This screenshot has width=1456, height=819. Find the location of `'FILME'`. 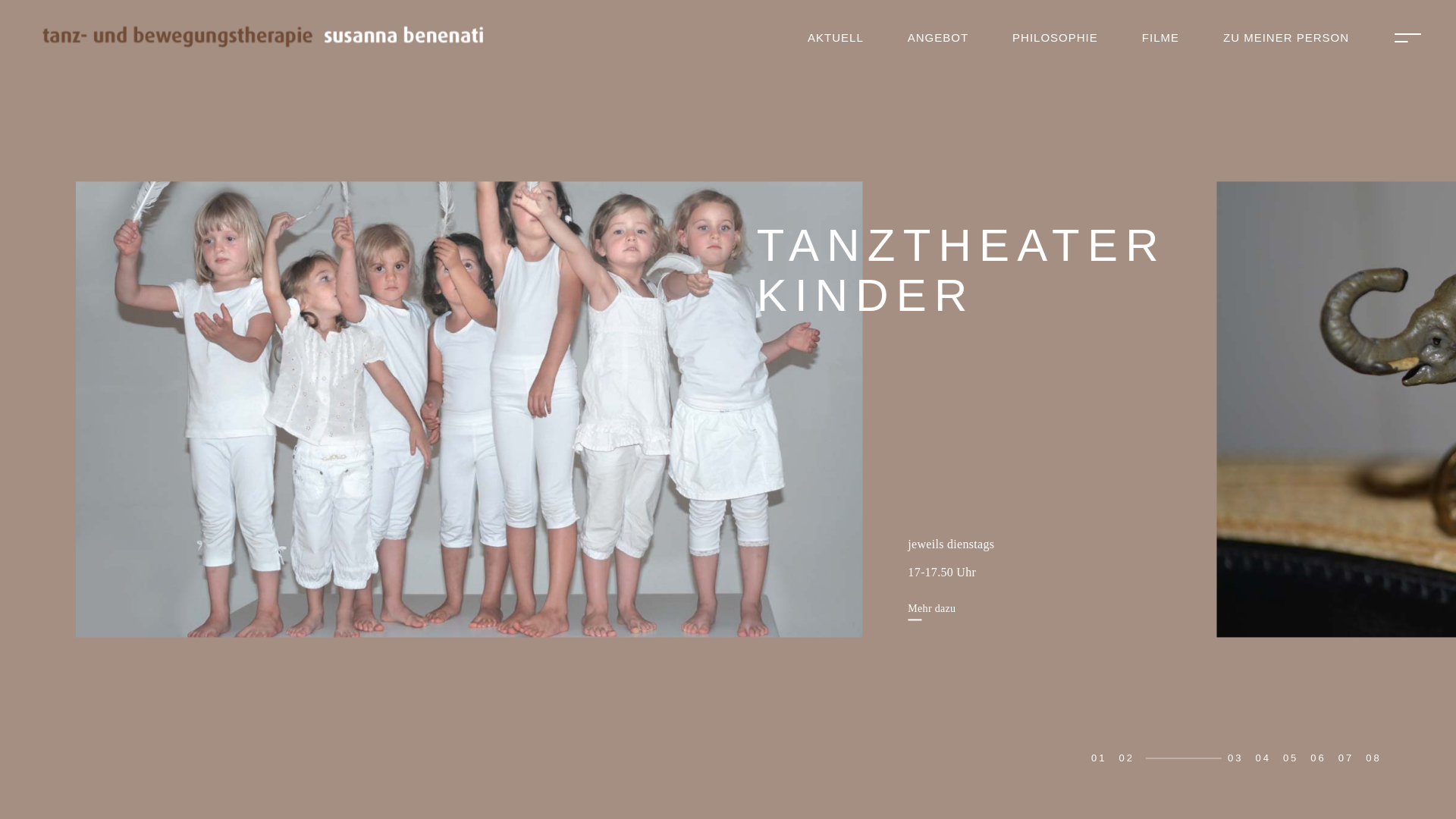

'FILME' is located at coordinates (1159, 37).